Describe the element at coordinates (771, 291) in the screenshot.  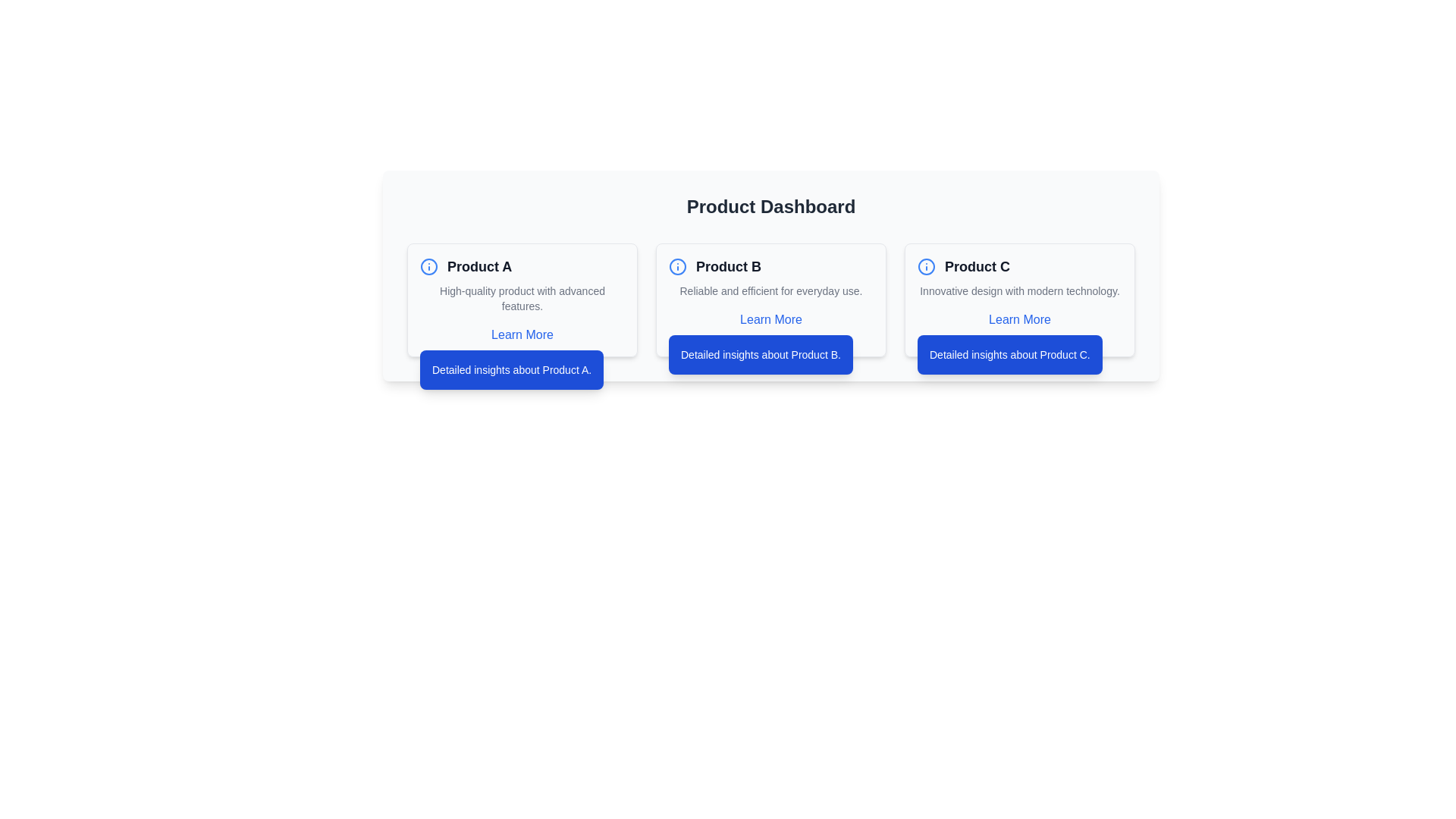
I see `the descriptive text label located within the product card for 'Product B', which is positioned directly below the 'Product B' title and above the 'Learn More' link` at that location.